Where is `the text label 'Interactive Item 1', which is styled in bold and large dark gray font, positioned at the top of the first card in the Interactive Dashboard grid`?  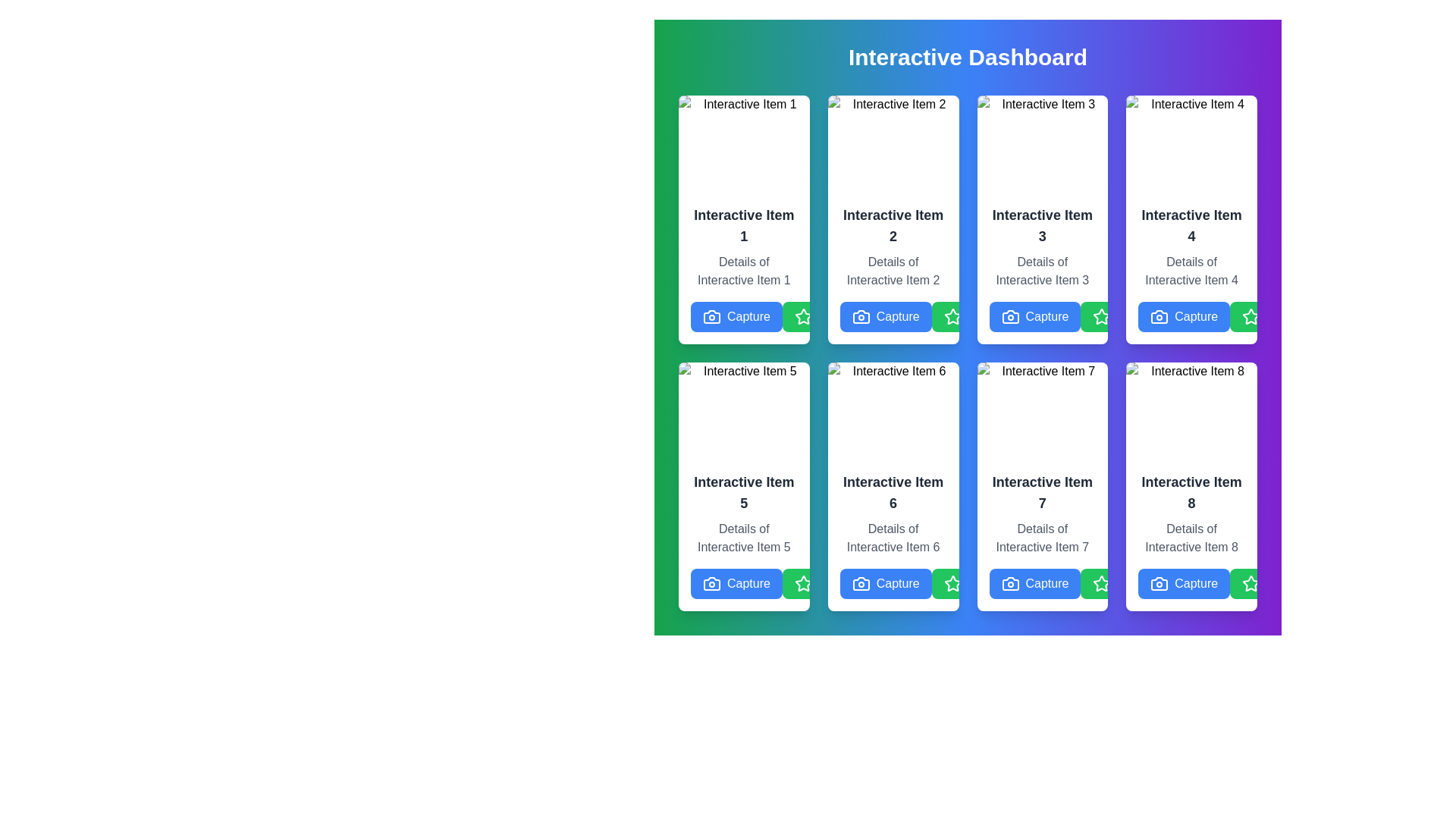 the text label 'Interactive Item 1', which is styled in bold and large dark gray font, positioned at the top of the first card in the Interactive Dashboard grid is located at coordinates (744, 225).